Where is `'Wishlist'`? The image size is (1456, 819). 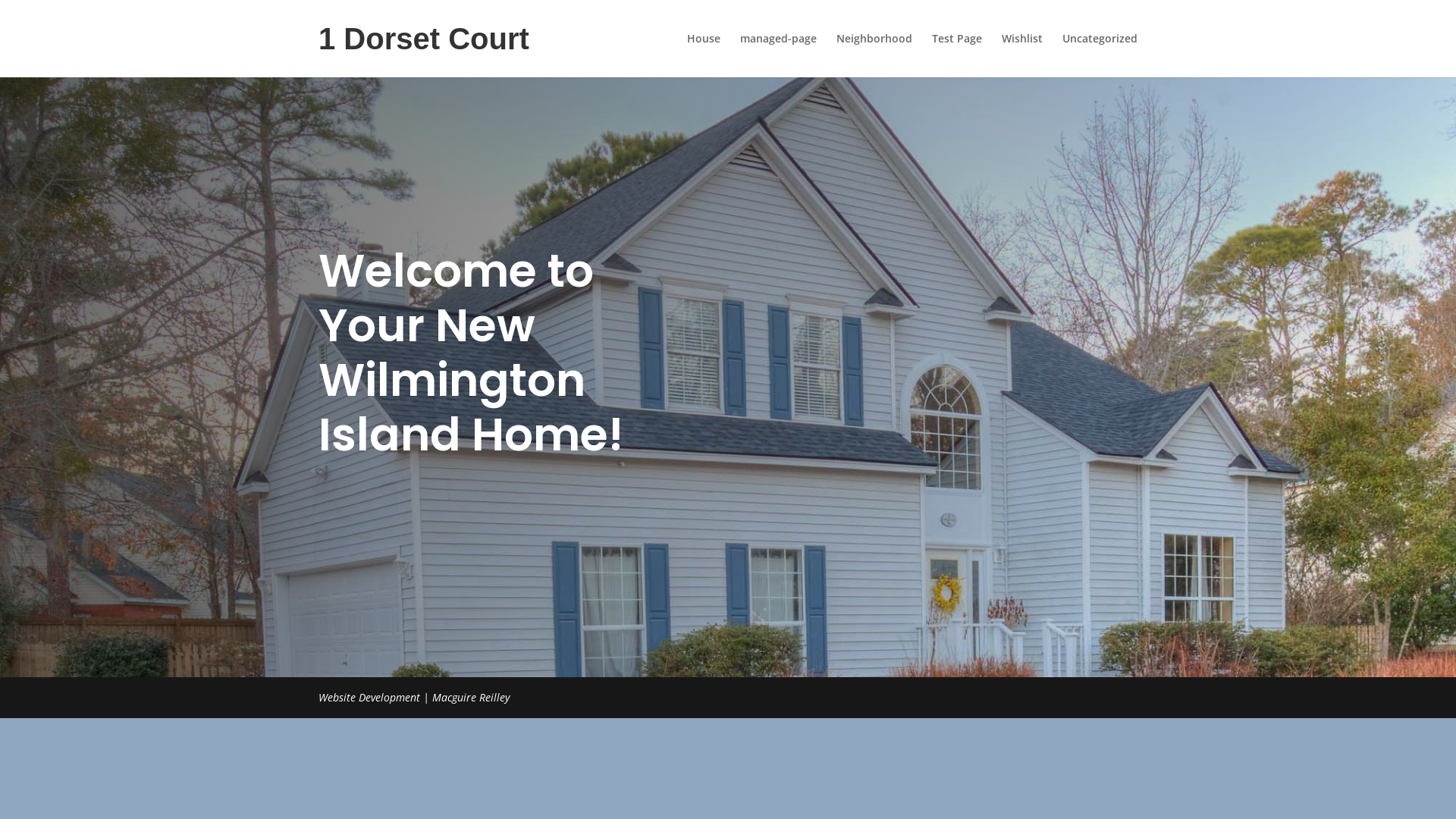
'Wishlist' is located at coordinates (1022, 55).